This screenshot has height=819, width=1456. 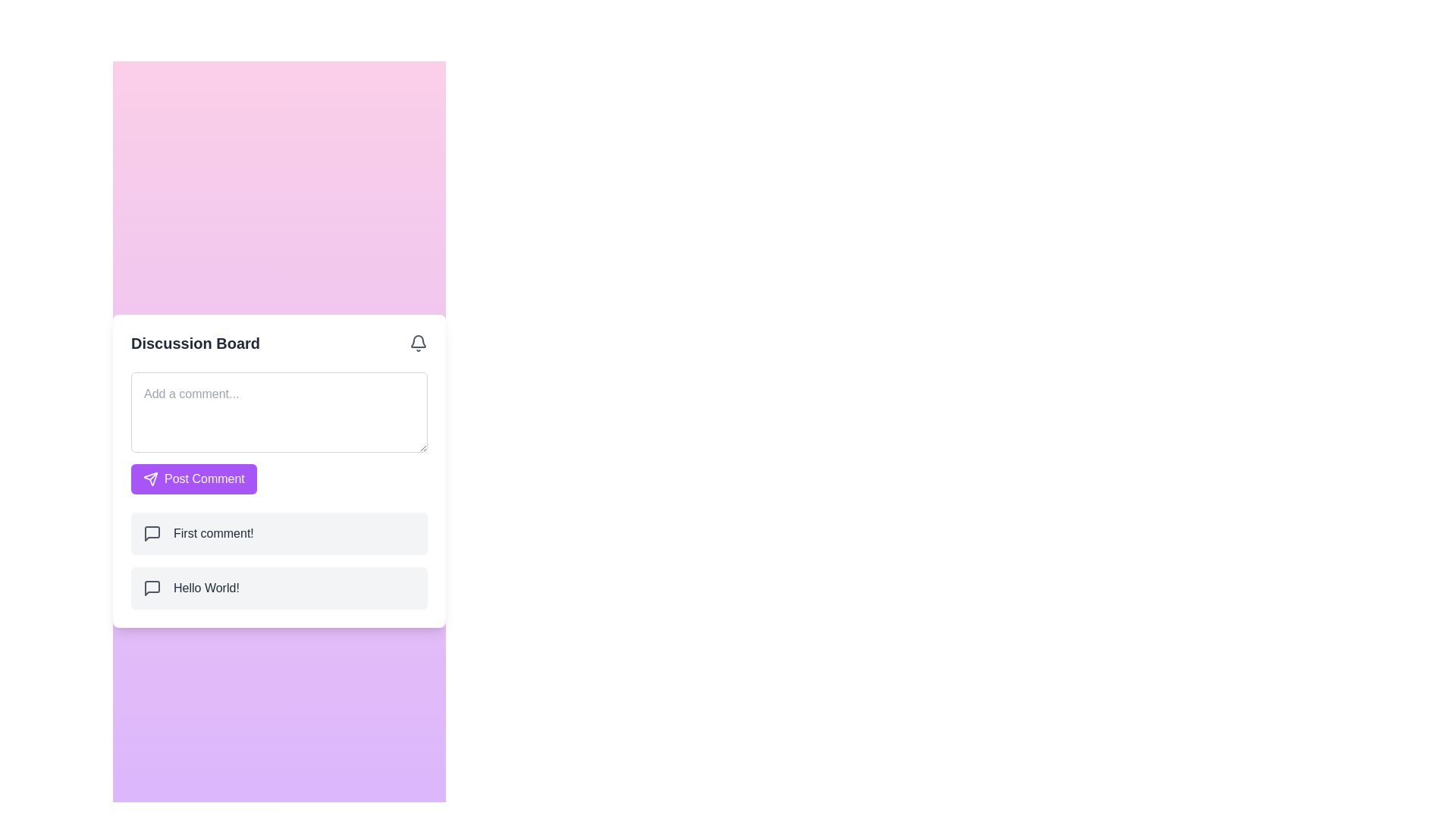 I want to click on the decorative icon related to comments, positioned to the left of the text 'First comment!' in the comments section, so click(x=152, y=532).